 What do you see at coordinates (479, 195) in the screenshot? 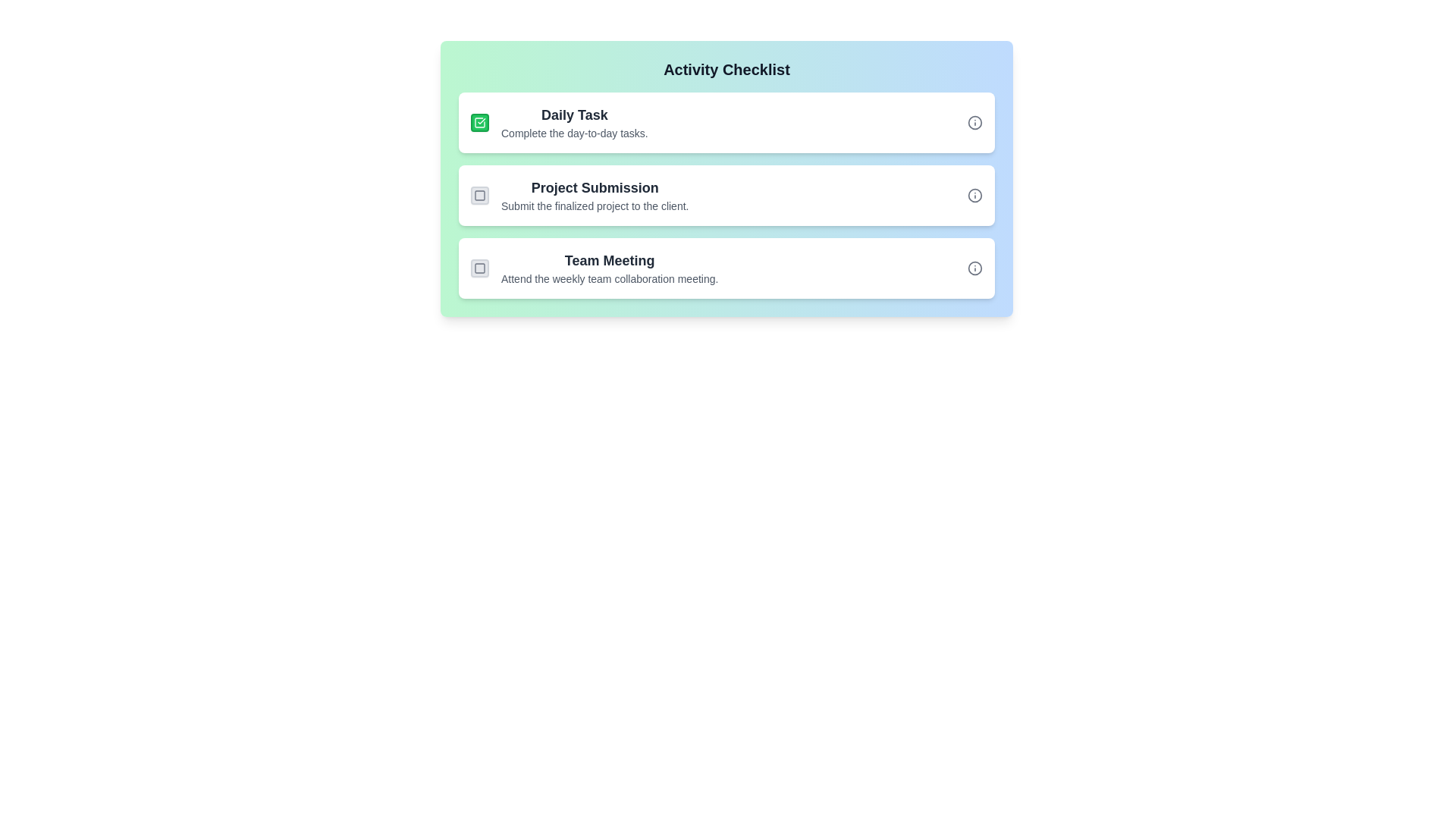
I see `the checkbox located to the left of the 'Project Submission' item in the checklist` at bounding box center [479, 195].